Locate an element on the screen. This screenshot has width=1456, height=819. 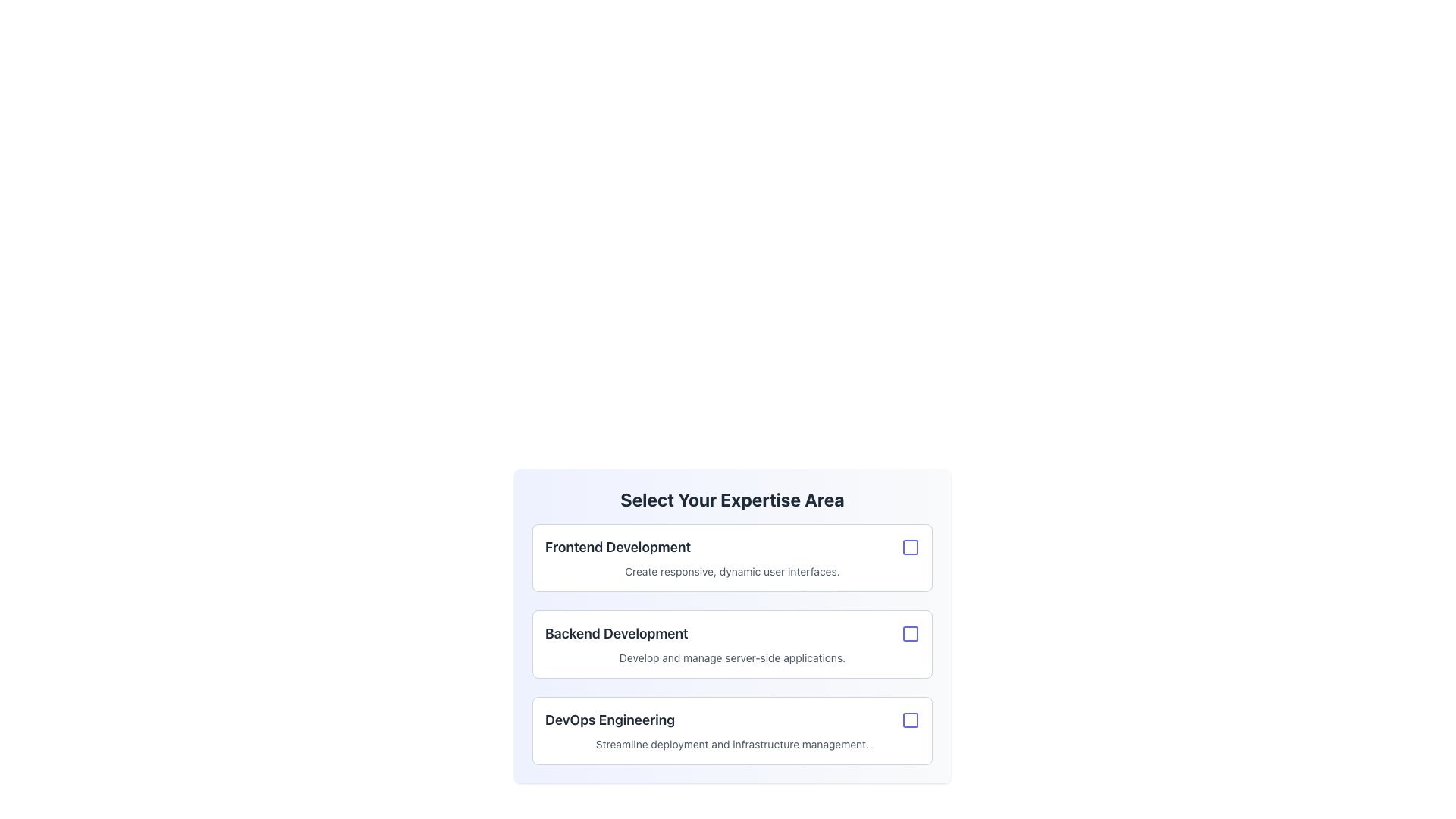
text element displaying 'Create responsive, dynamic user interfaces.' located beneath the 'Frontend Development' header in the first bordered card is located at coordinates (732, 571).